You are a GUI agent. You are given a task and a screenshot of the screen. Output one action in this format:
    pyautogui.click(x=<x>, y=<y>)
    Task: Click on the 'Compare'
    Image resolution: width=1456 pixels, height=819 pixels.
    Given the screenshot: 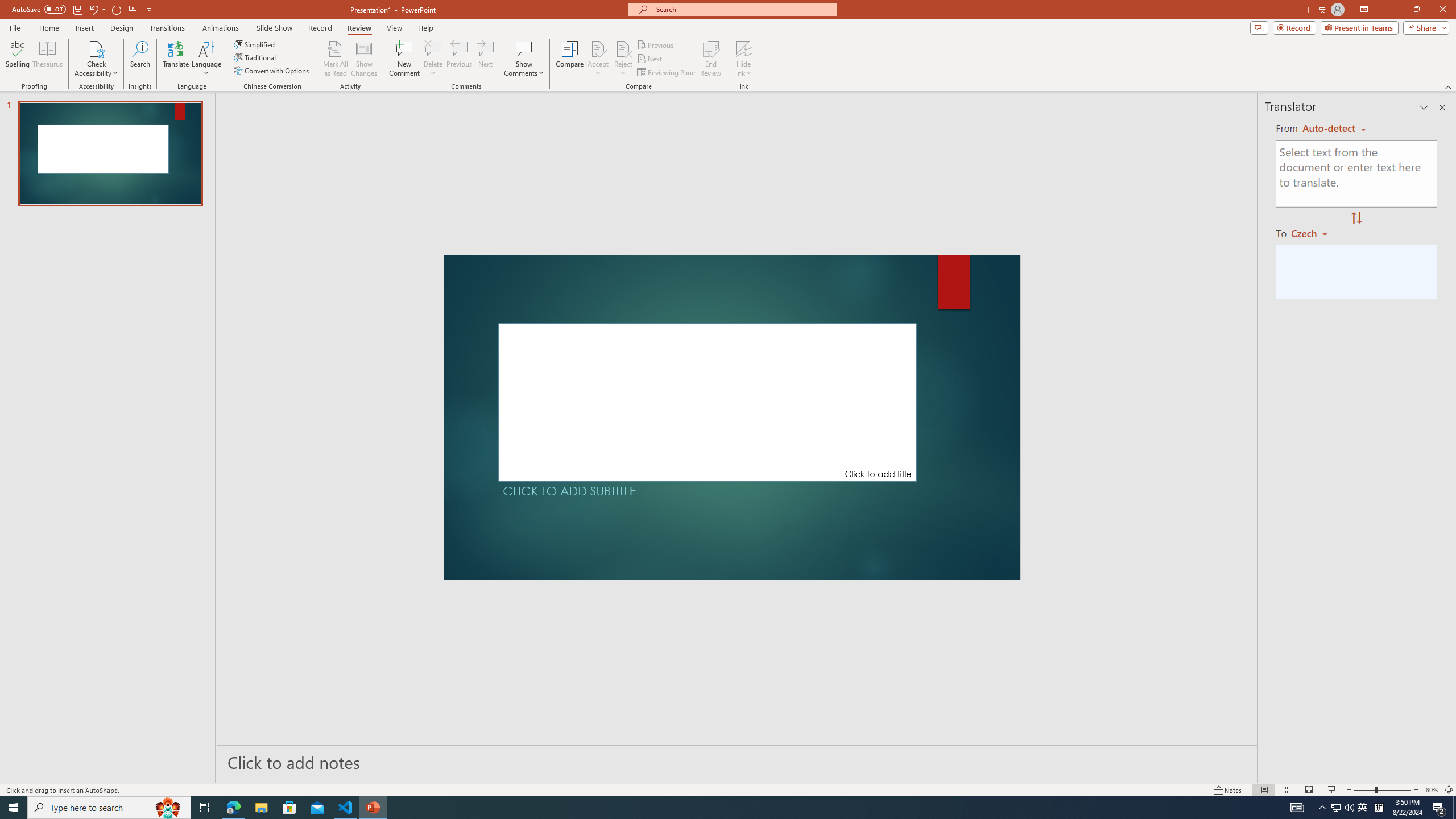 What is the action you would take?
    pyautogui.click(x=570, y=59)
    